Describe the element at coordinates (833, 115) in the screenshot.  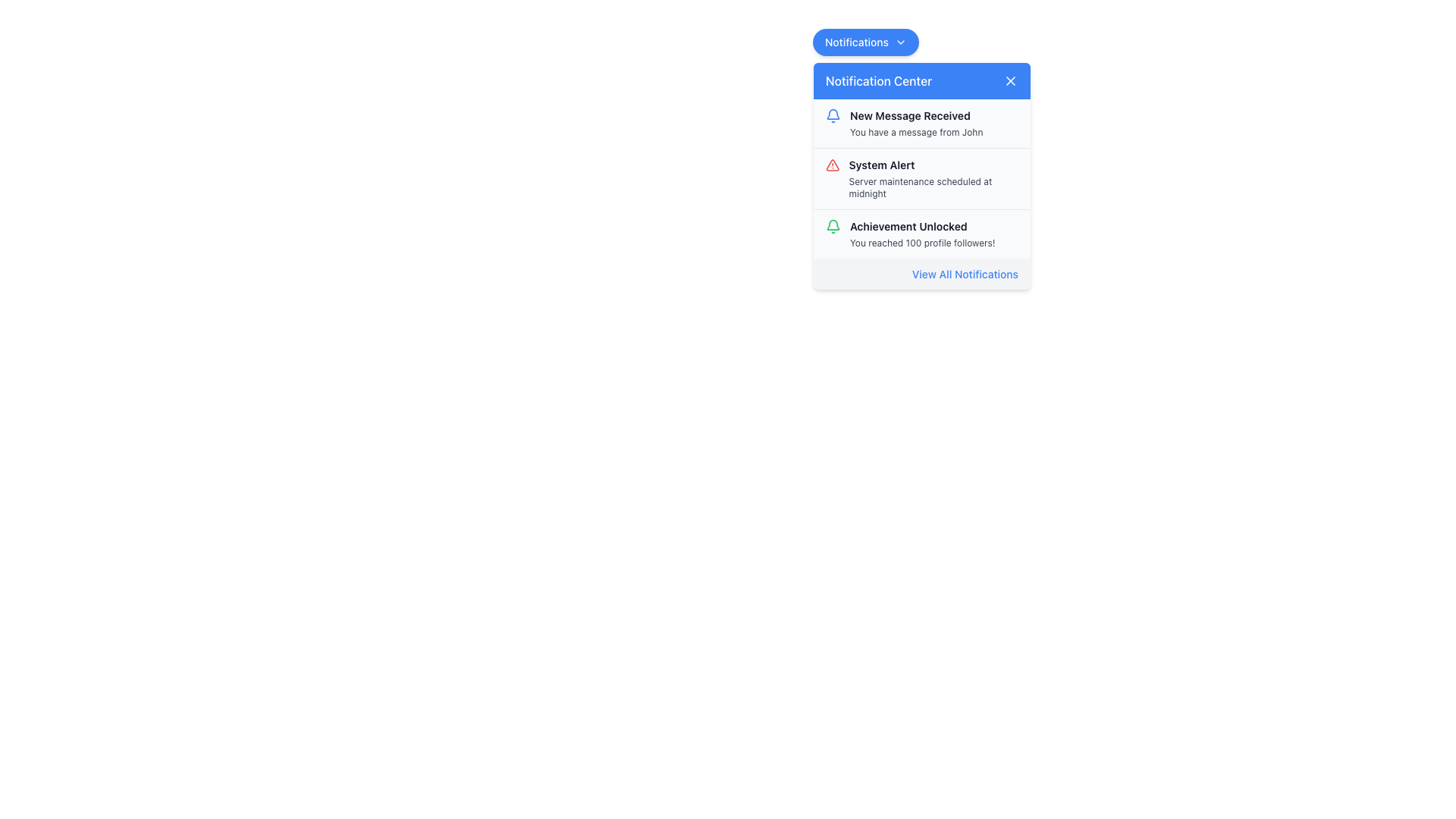
I see `the blue bell icon representing a notification, located next to the text 'New Message Received' in the top-left corner of the first notification item` at that location.